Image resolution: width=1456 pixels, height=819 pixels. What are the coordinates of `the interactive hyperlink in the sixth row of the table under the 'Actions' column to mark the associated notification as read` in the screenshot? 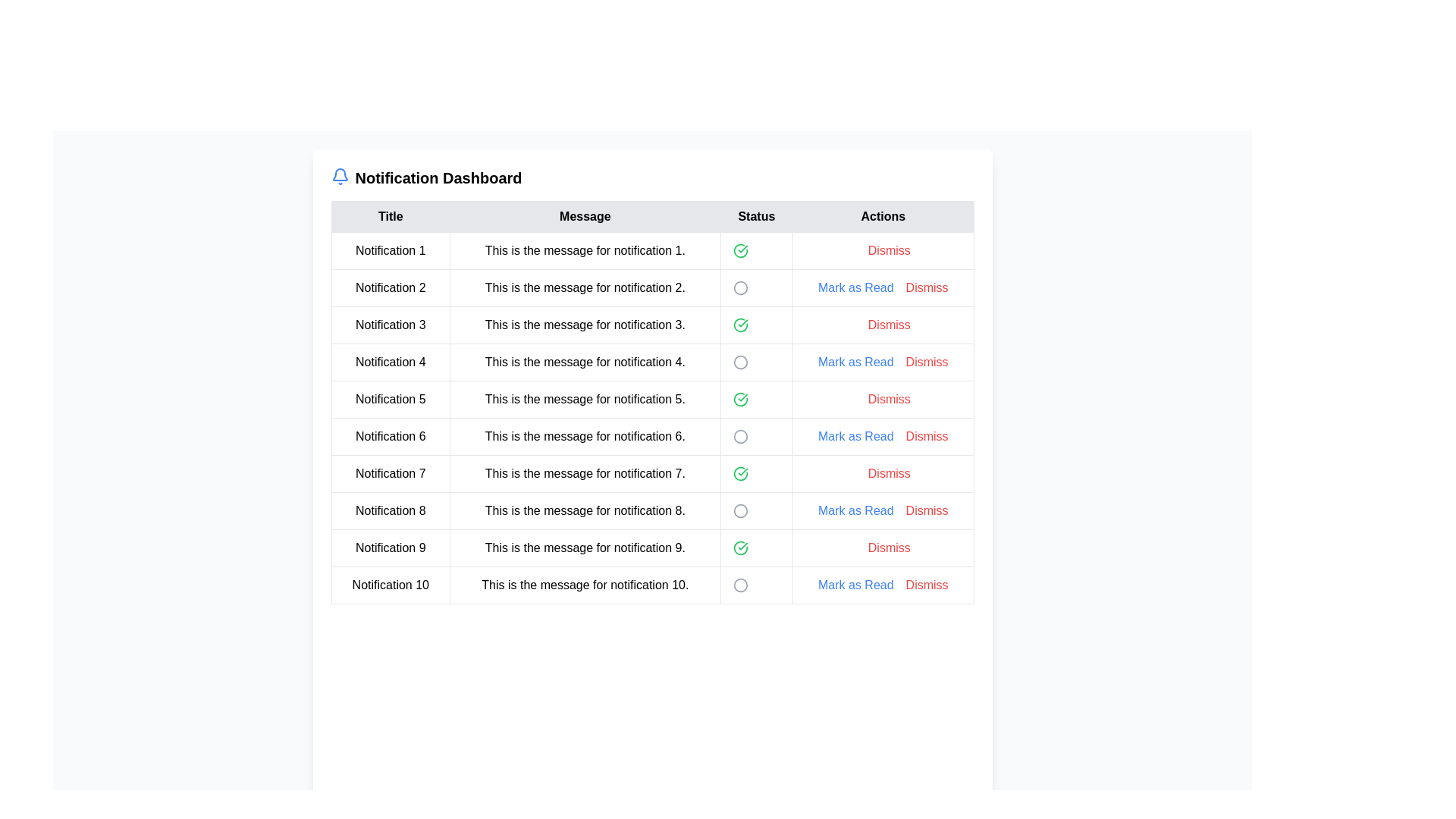 It's located at (855, 436).